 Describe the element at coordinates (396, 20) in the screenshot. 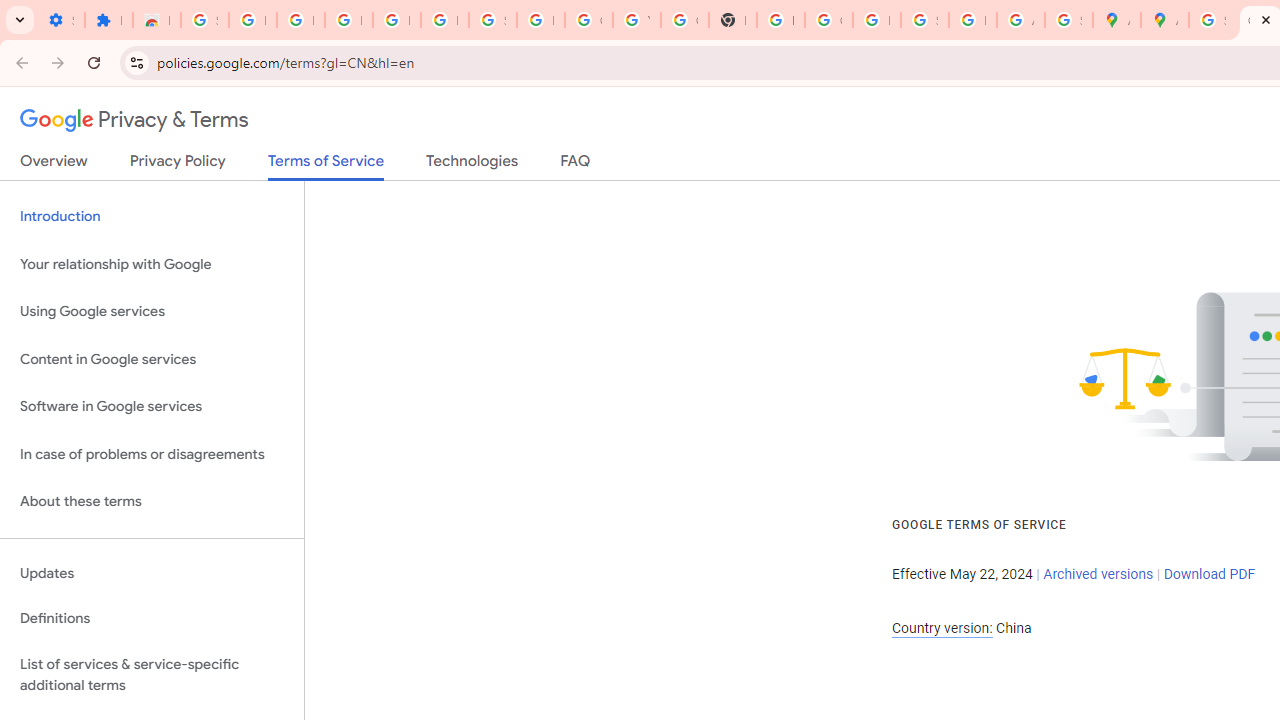

I see `'Learn how to find your photos - Google Photos Help'` at that location.